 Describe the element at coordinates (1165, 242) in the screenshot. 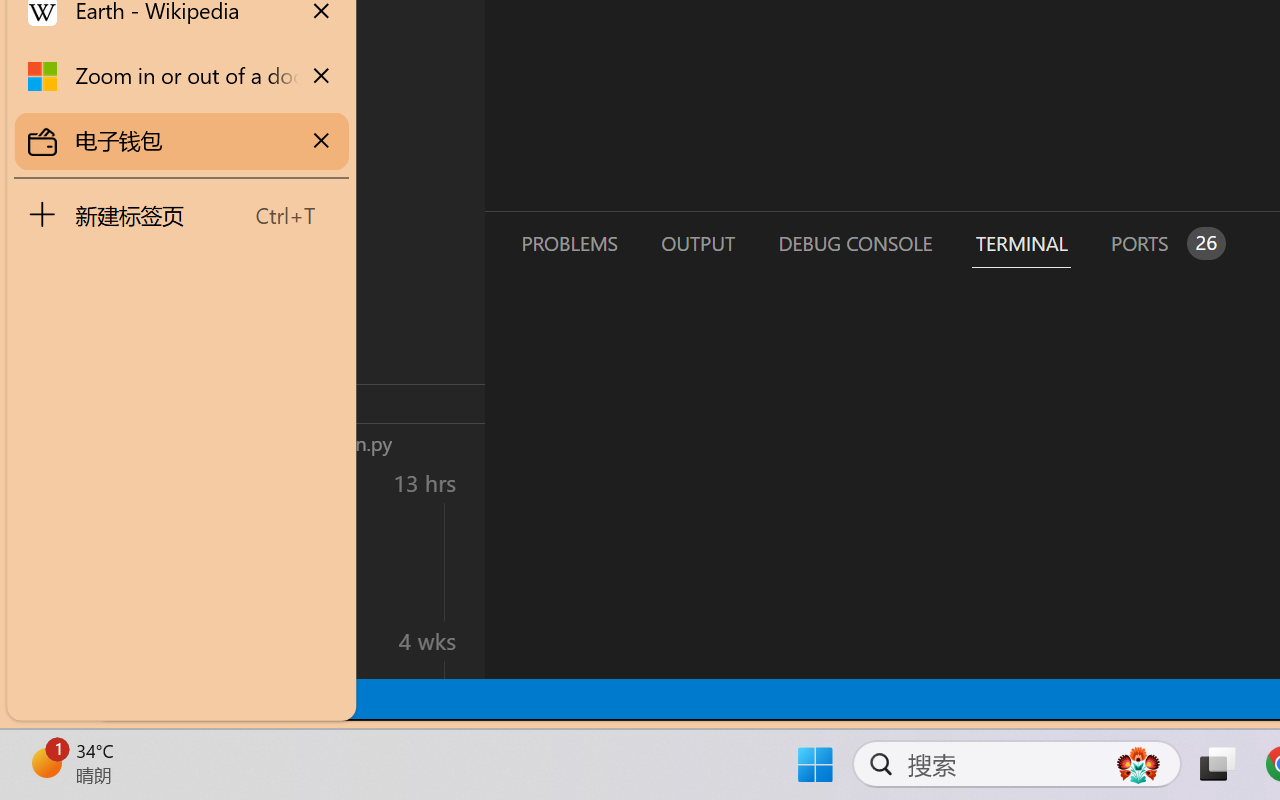

I see `'Ports - 26 forwarded ports'` at that location.